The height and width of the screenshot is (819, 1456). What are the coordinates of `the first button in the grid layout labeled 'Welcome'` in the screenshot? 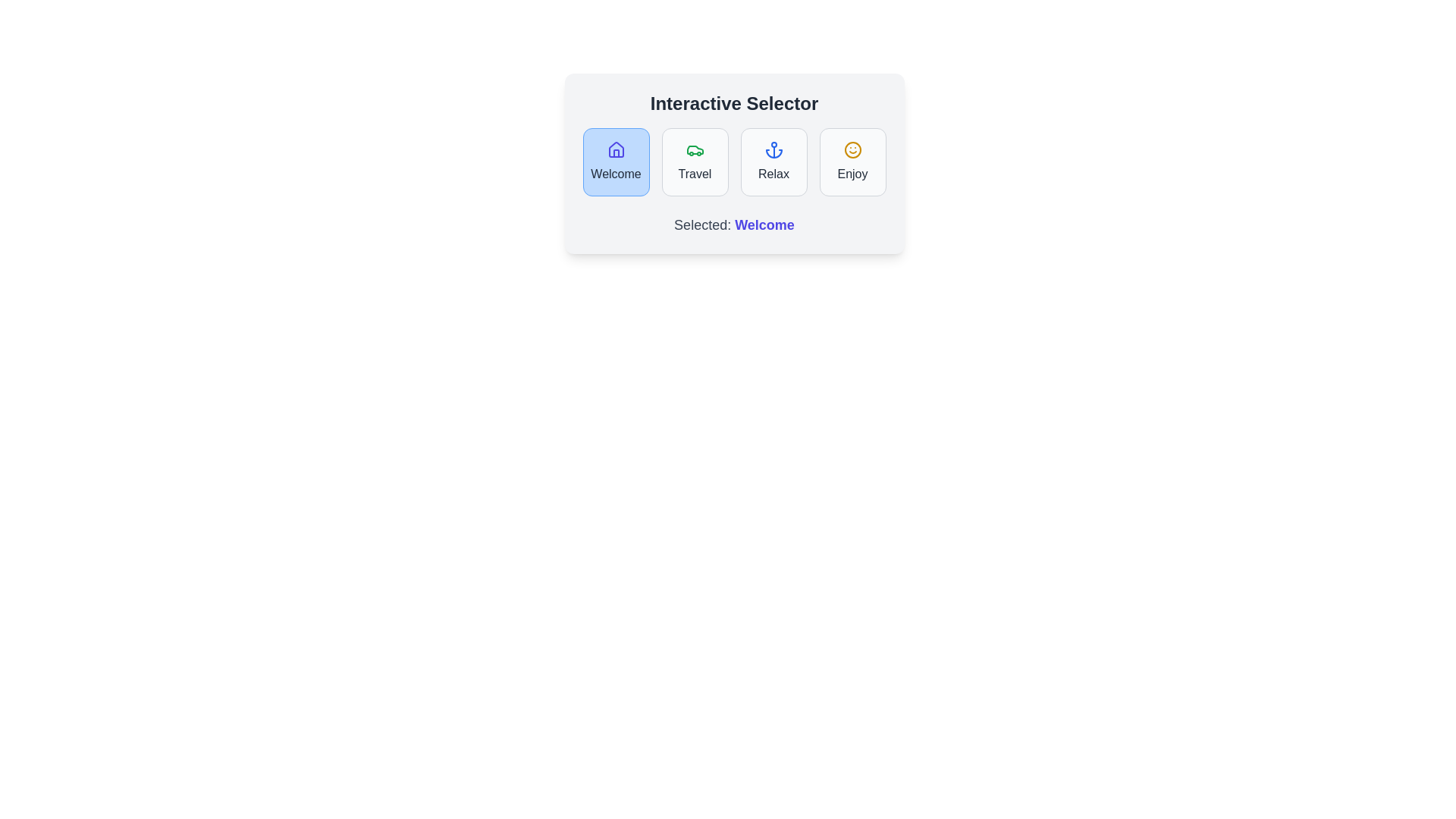 It's located at (616, 162).